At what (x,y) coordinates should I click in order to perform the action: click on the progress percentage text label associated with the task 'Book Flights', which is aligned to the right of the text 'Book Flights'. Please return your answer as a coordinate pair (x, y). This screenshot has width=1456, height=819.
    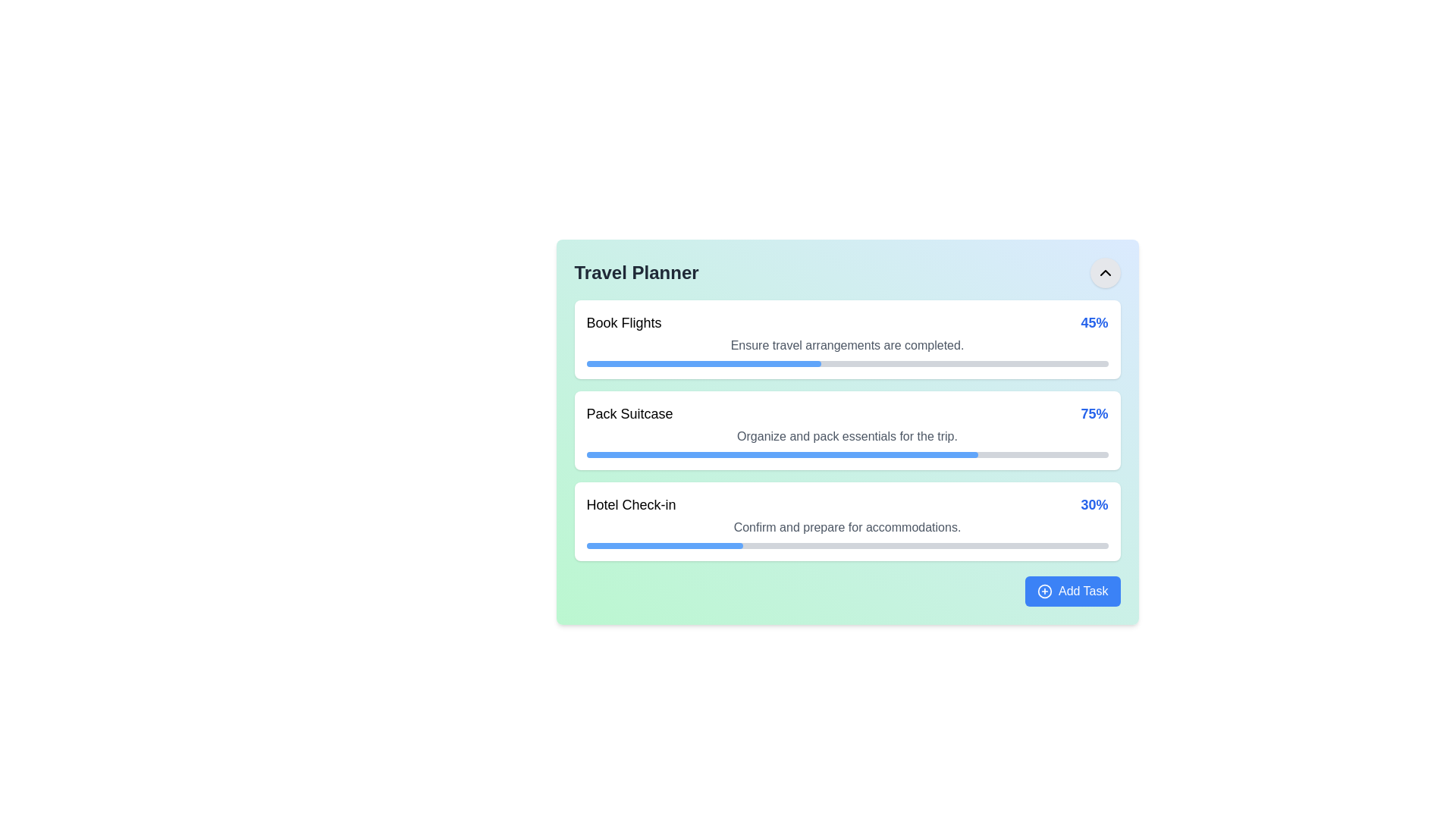
    Looking at the image, I should click on (1094, 322).